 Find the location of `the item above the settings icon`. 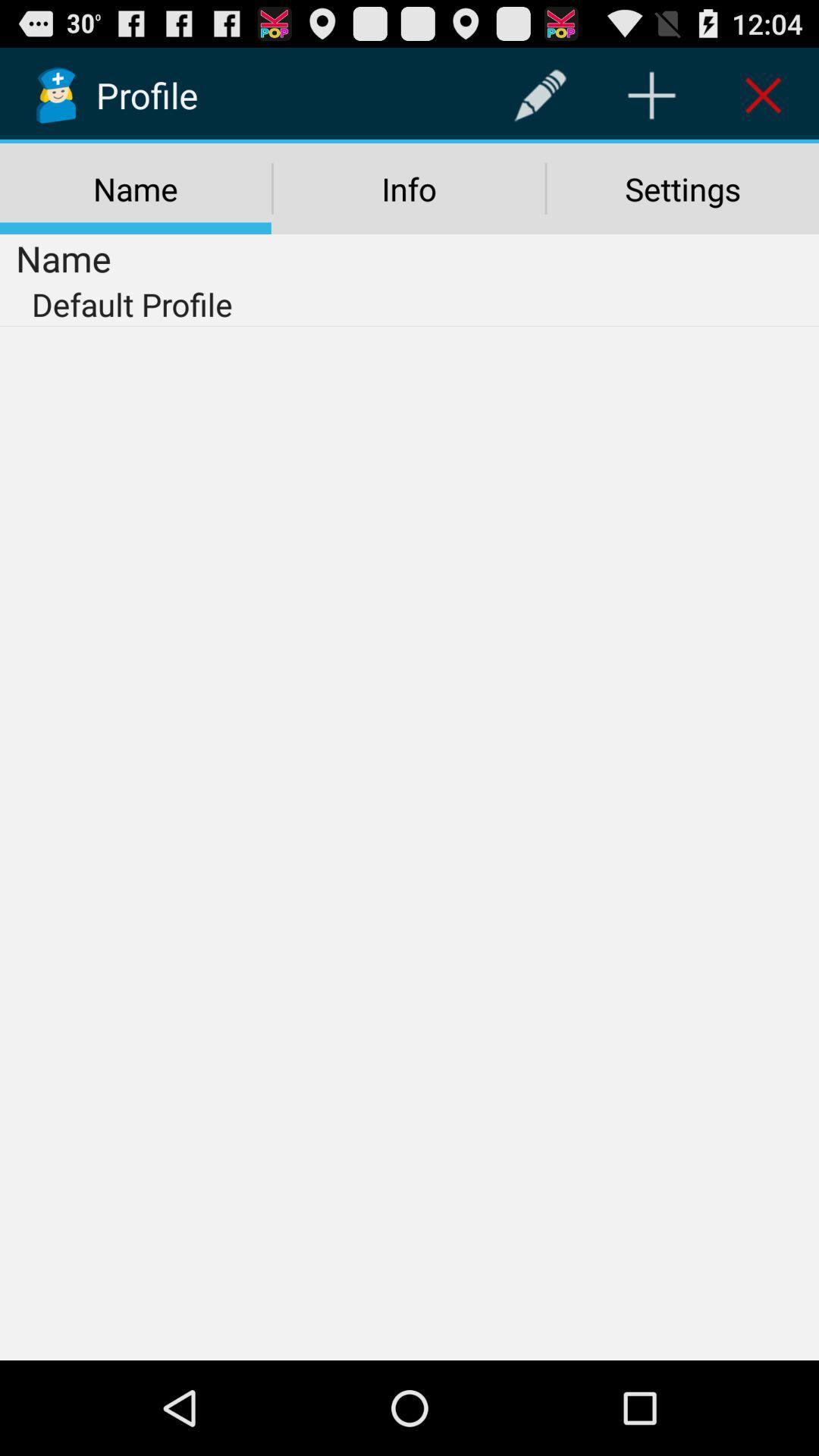

the item above the settings icon is located at coordinates (651, 94).